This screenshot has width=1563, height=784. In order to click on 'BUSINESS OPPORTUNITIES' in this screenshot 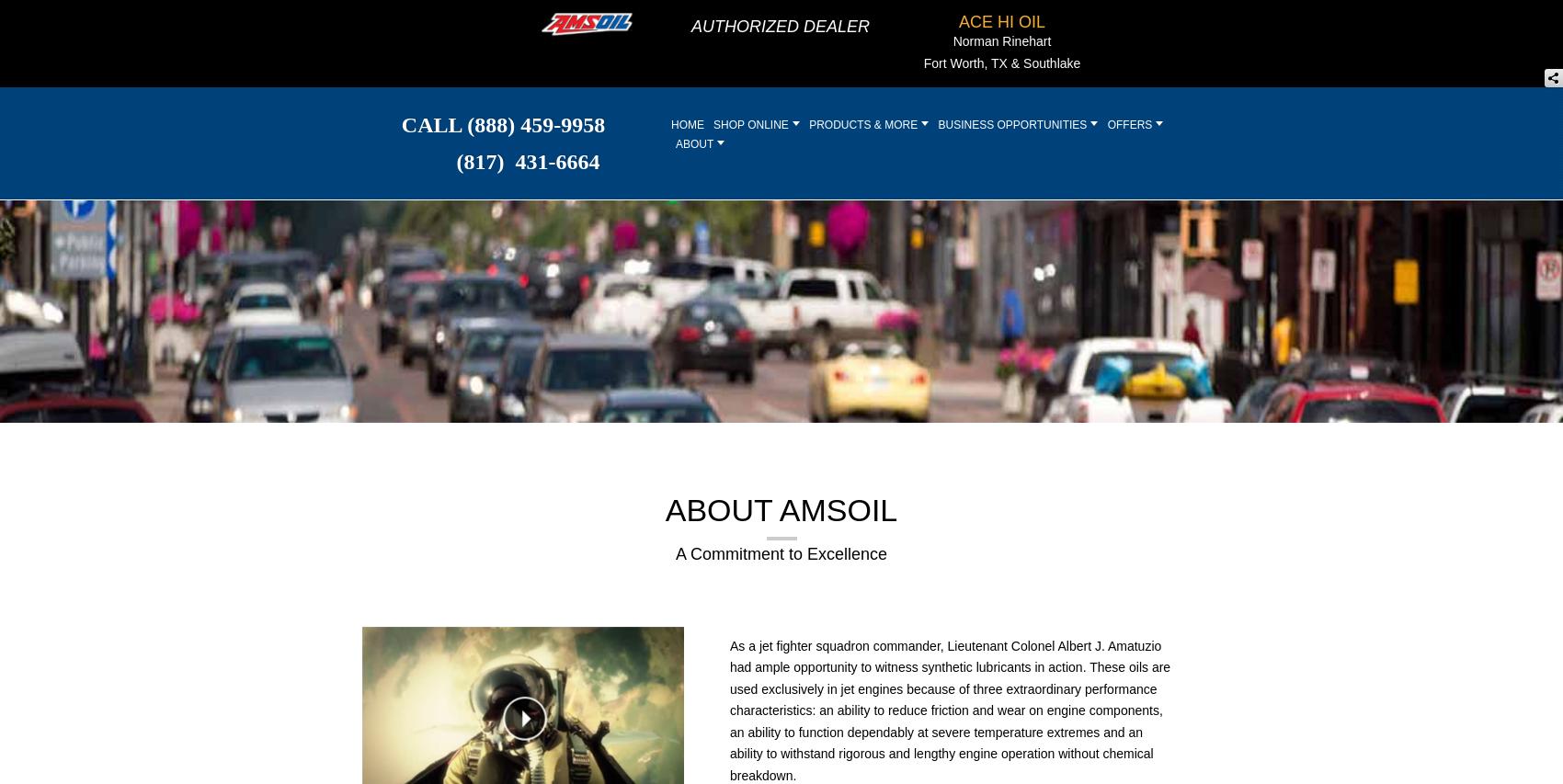, I will do `click(1013, 123)`.